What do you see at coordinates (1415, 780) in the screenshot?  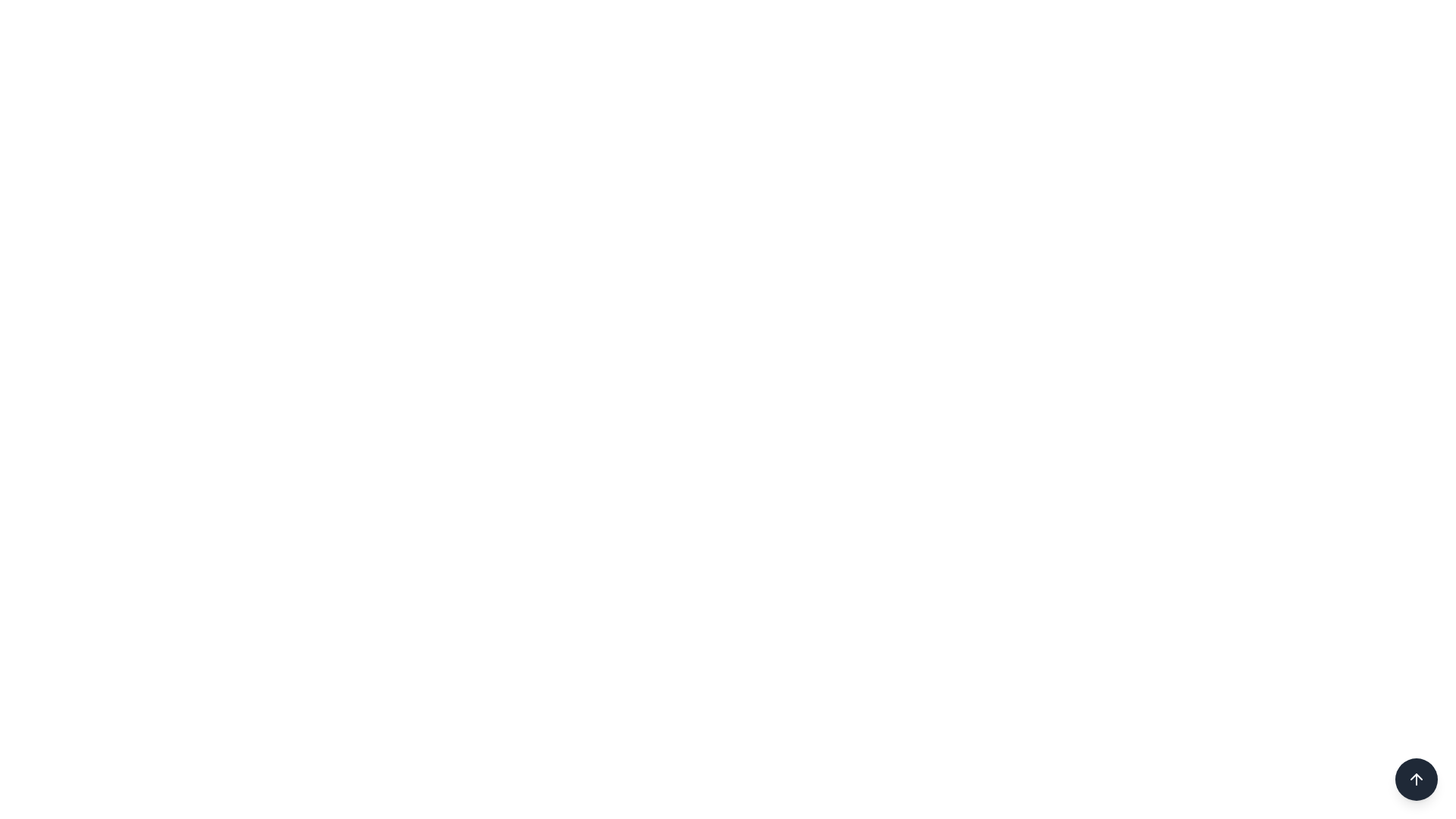 I see `the upward arrow icon located in the circular dark button at the bottom-right corner of the interface` at bounding box center [1415, 780].